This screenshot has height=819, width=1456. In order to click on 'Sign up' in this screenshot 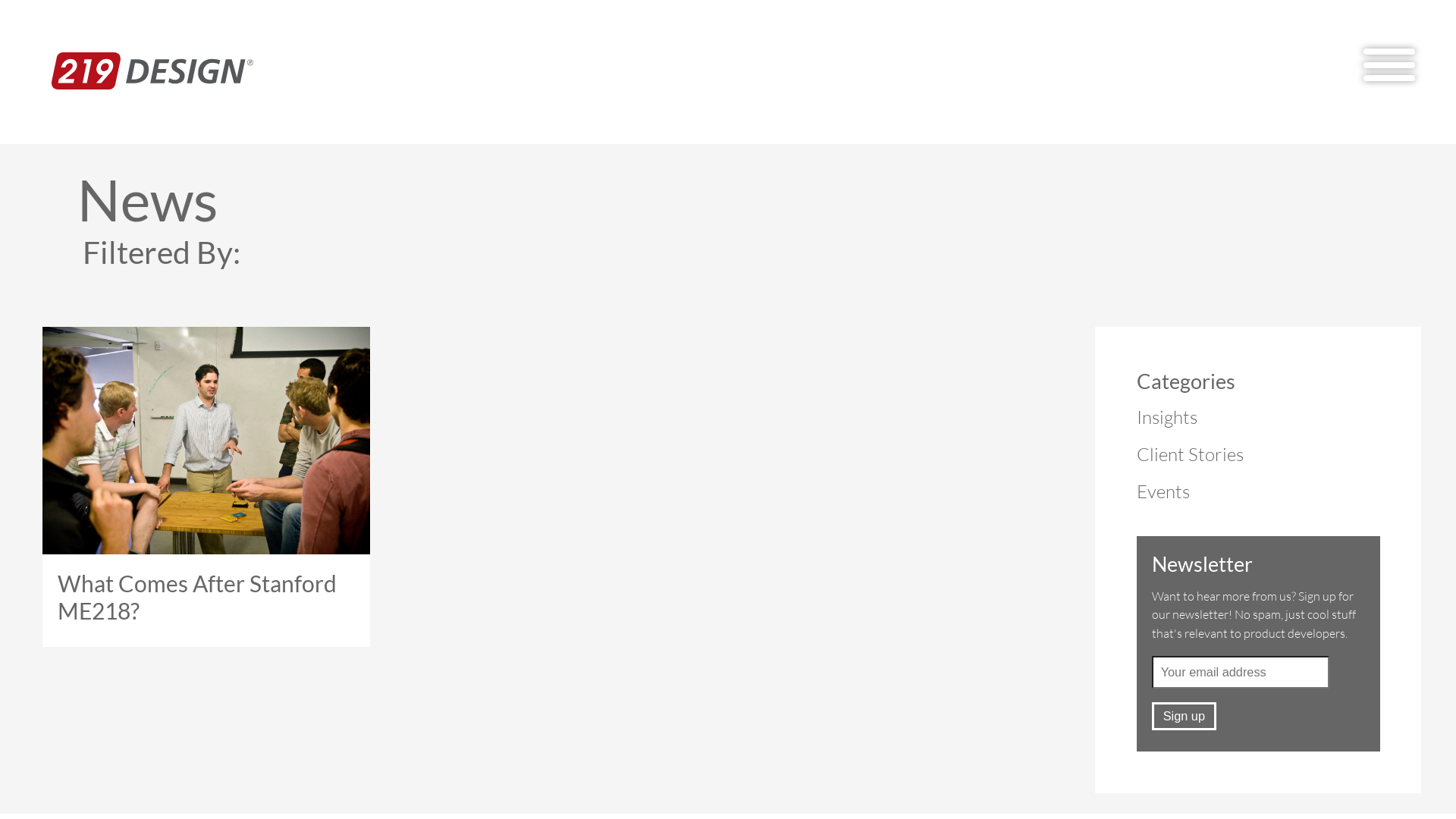, I will do `click(1151, 716)`.